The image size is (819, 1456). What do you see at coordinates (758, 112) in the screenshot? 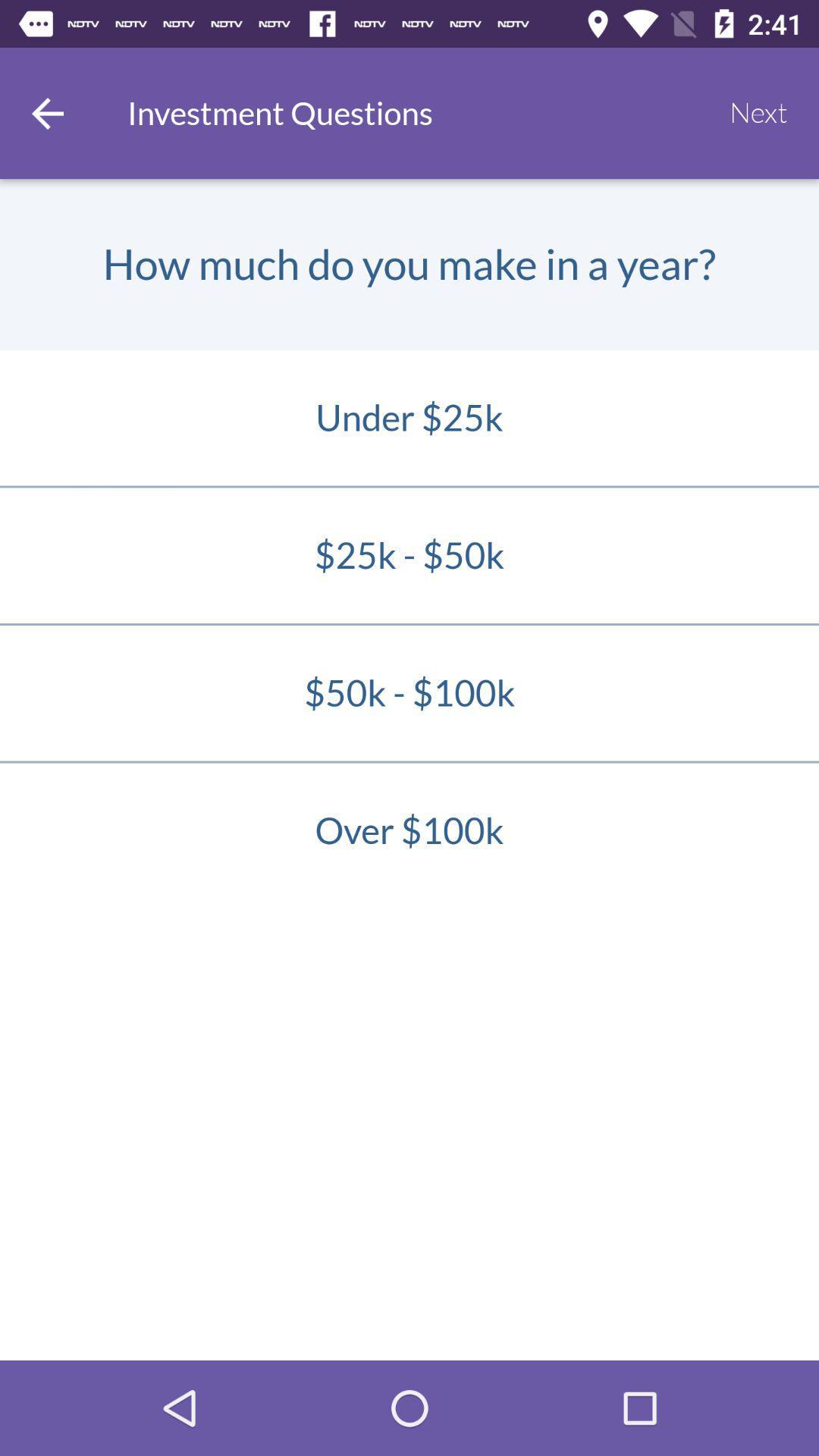
I see `the item next to investment questions` at bounding box center [758, 112].